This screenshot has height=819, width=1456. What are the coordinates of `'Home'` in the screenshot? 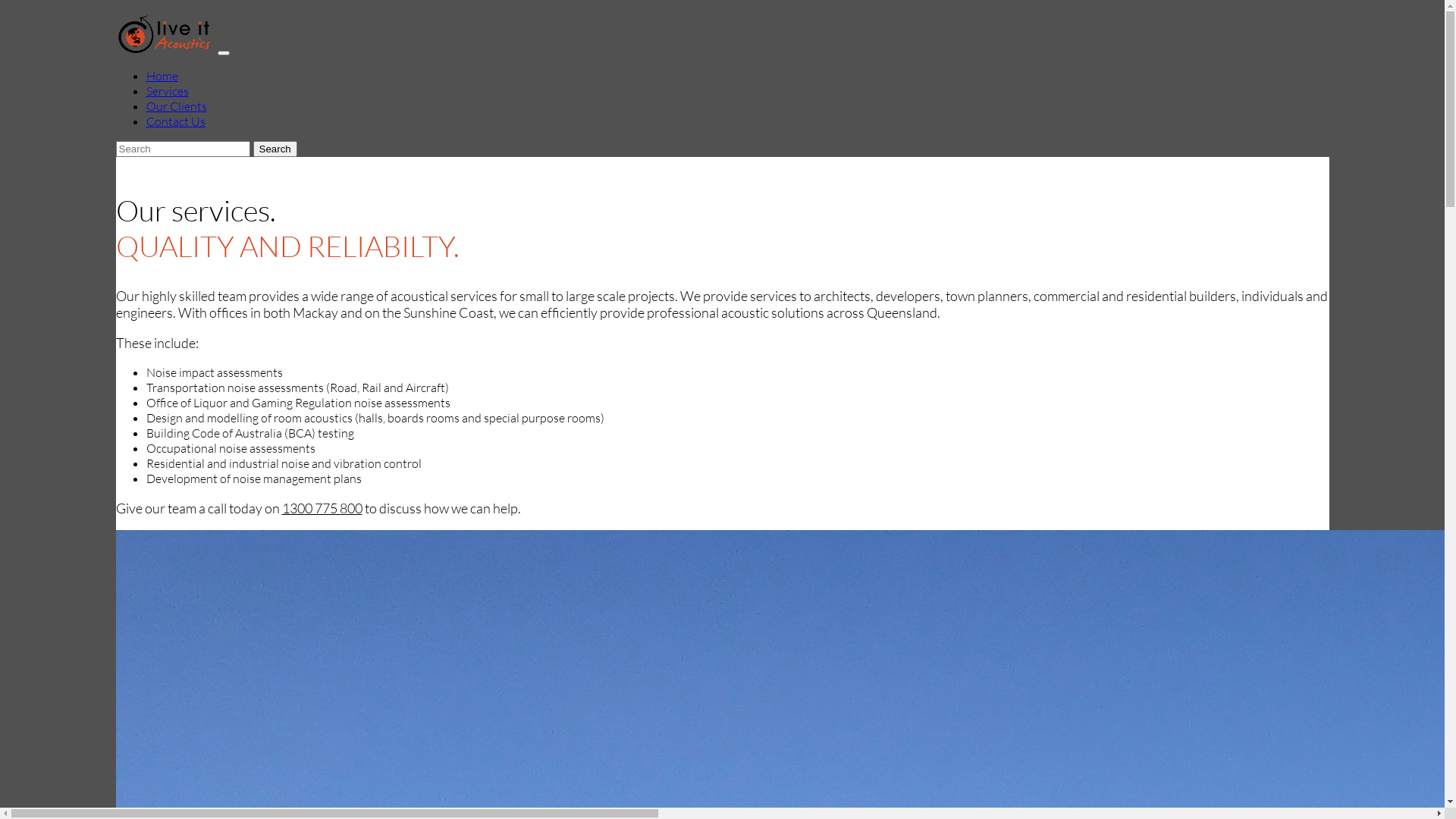 It's located at (161, 76).